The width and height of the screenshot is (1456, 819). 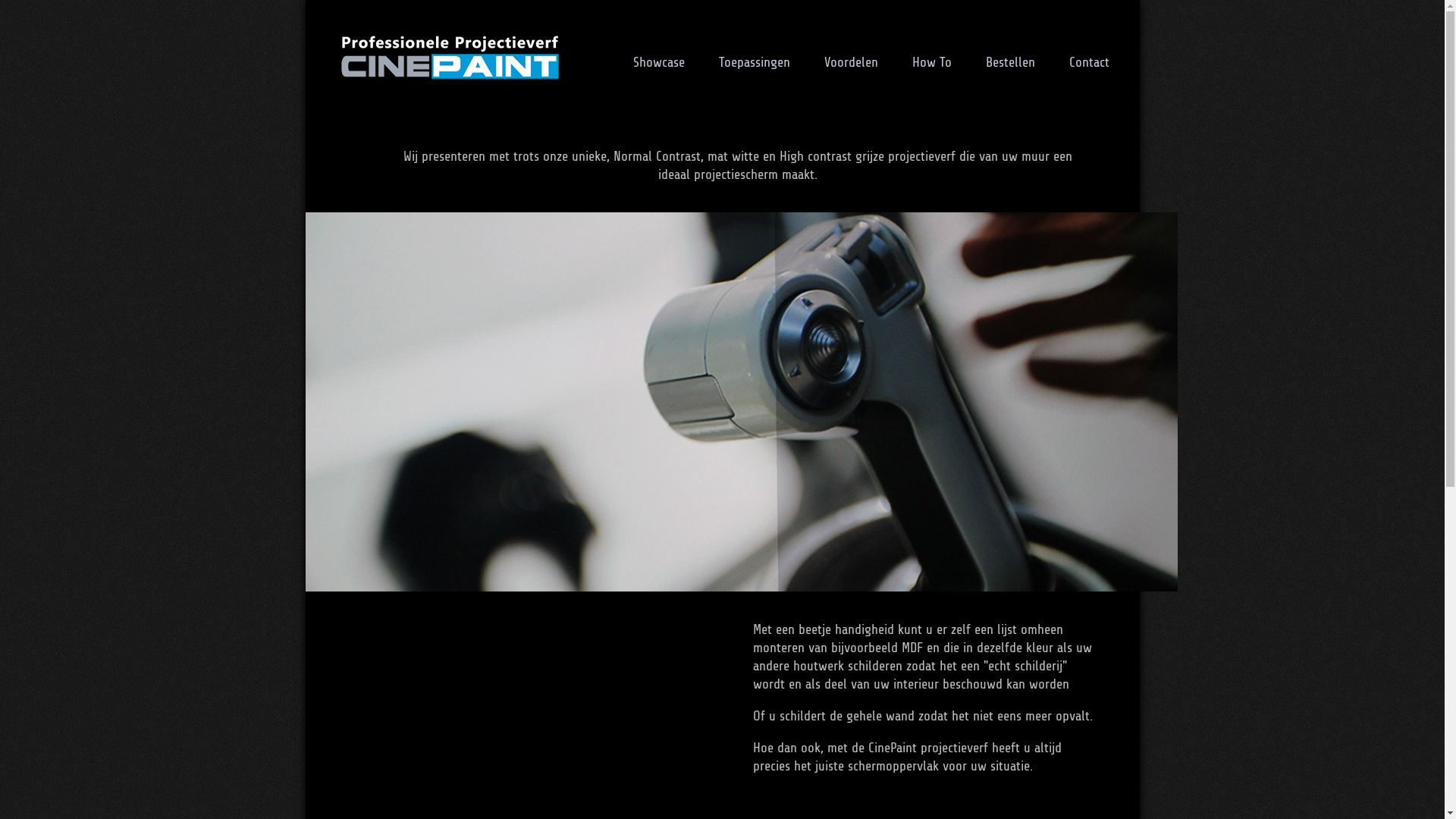 What do you see at coordinates (754, 61) in the screenshot?
I see `'Toepassingen'` at bounding box center [754, 61].